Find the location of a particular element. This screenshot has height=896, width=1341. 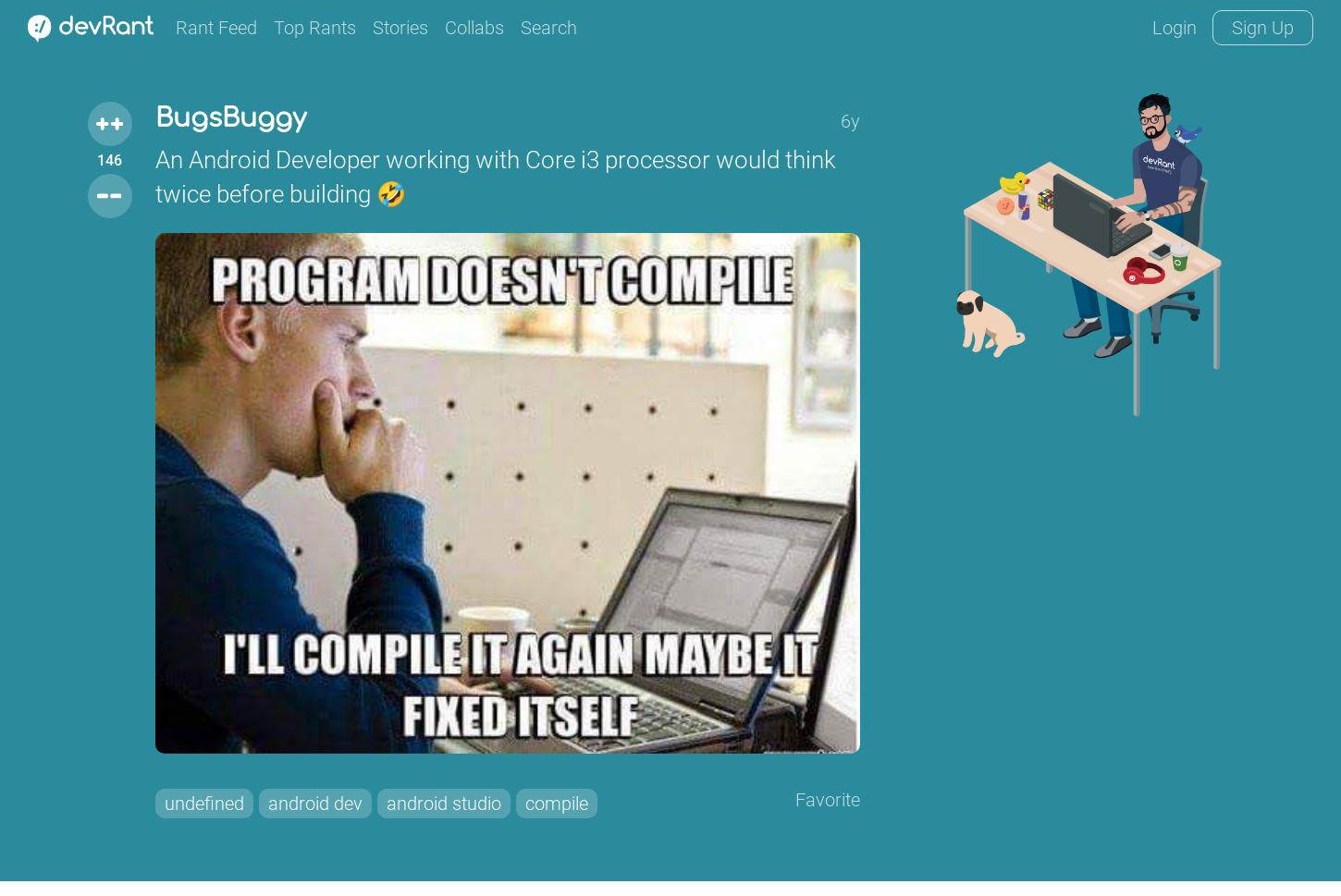

'Login' is located at coordinates (1175, 28).